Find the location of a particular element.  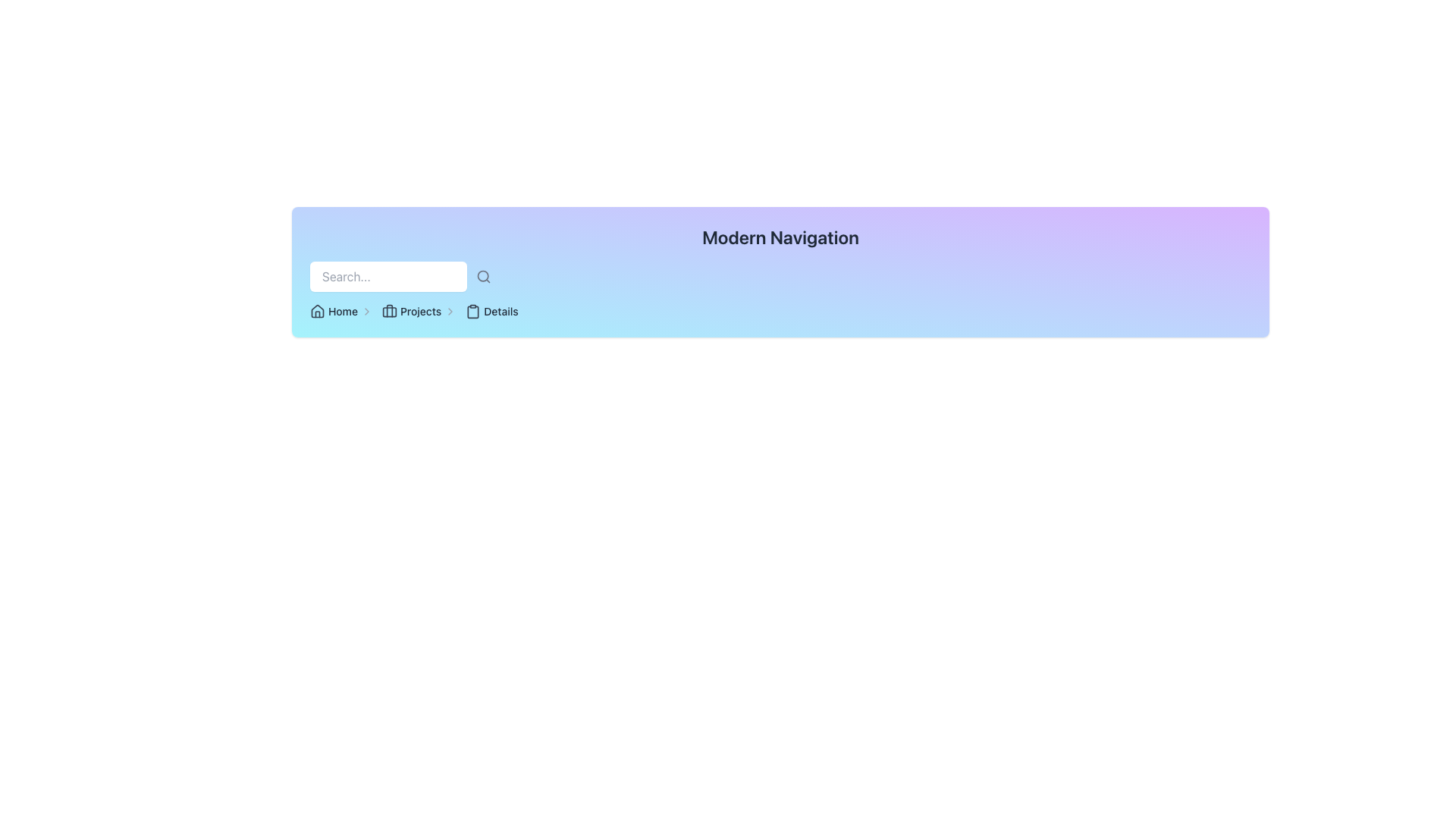

the second item in the breadcrumb navigation bar is located at coordinates (419, 311).